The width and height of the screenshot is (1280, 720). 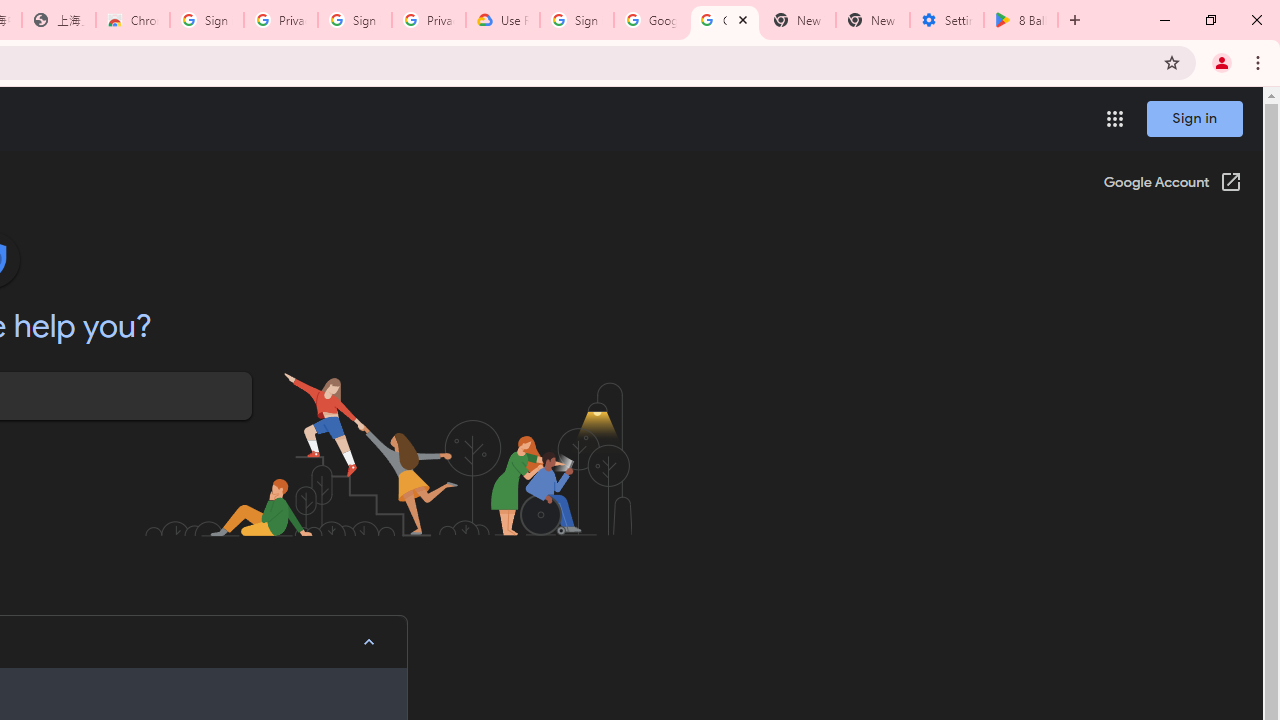 I want to click on 'Chrome Web Store - Color themes by Chrome', so click(x=132, y=20).